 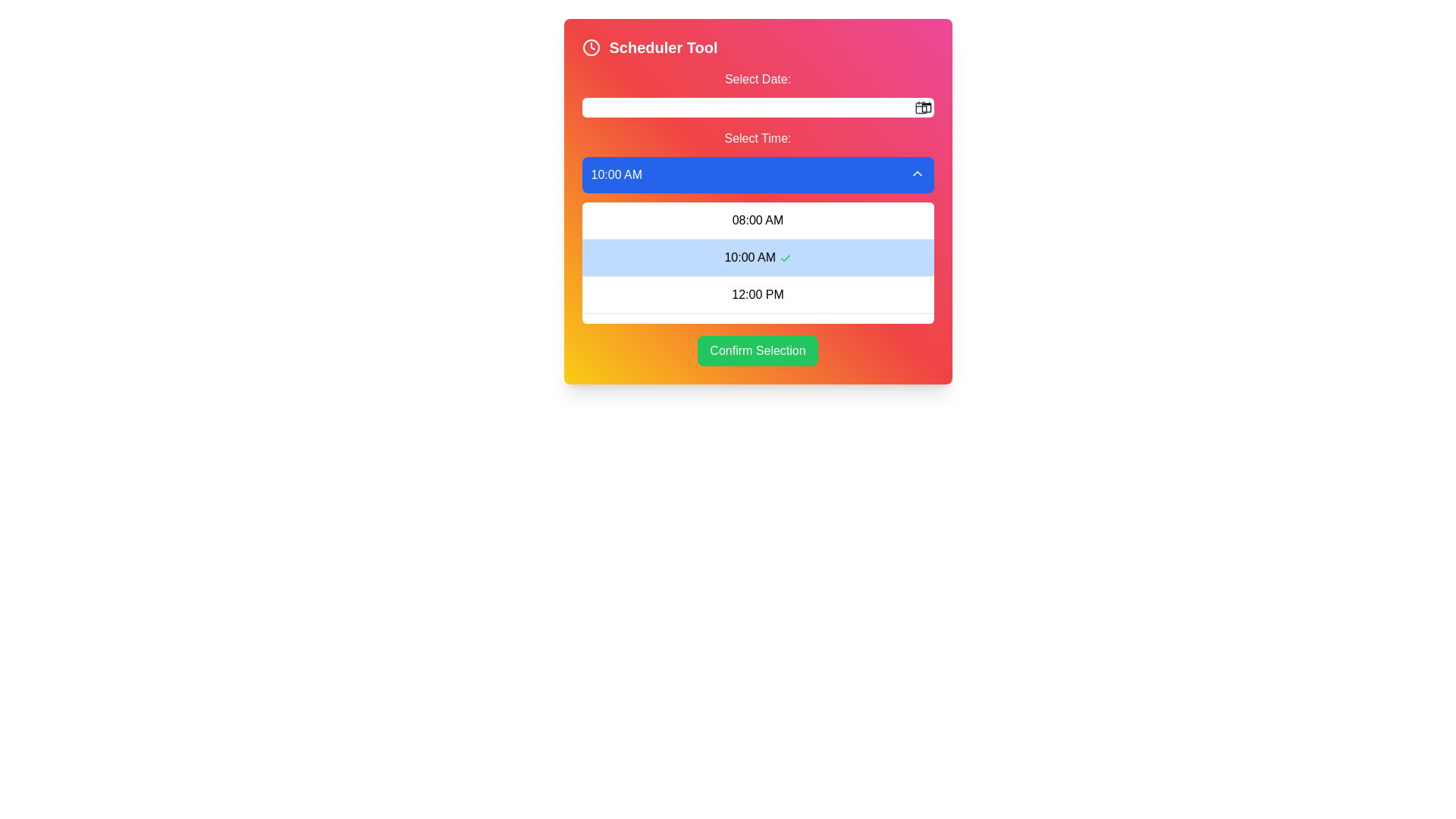 What do you see at coordinates (758, 174) in the screenshot?
I see `the time selector dropdown button located below the 'Select Time:' label for keyboard navigation` at bounding box center [758, 174].